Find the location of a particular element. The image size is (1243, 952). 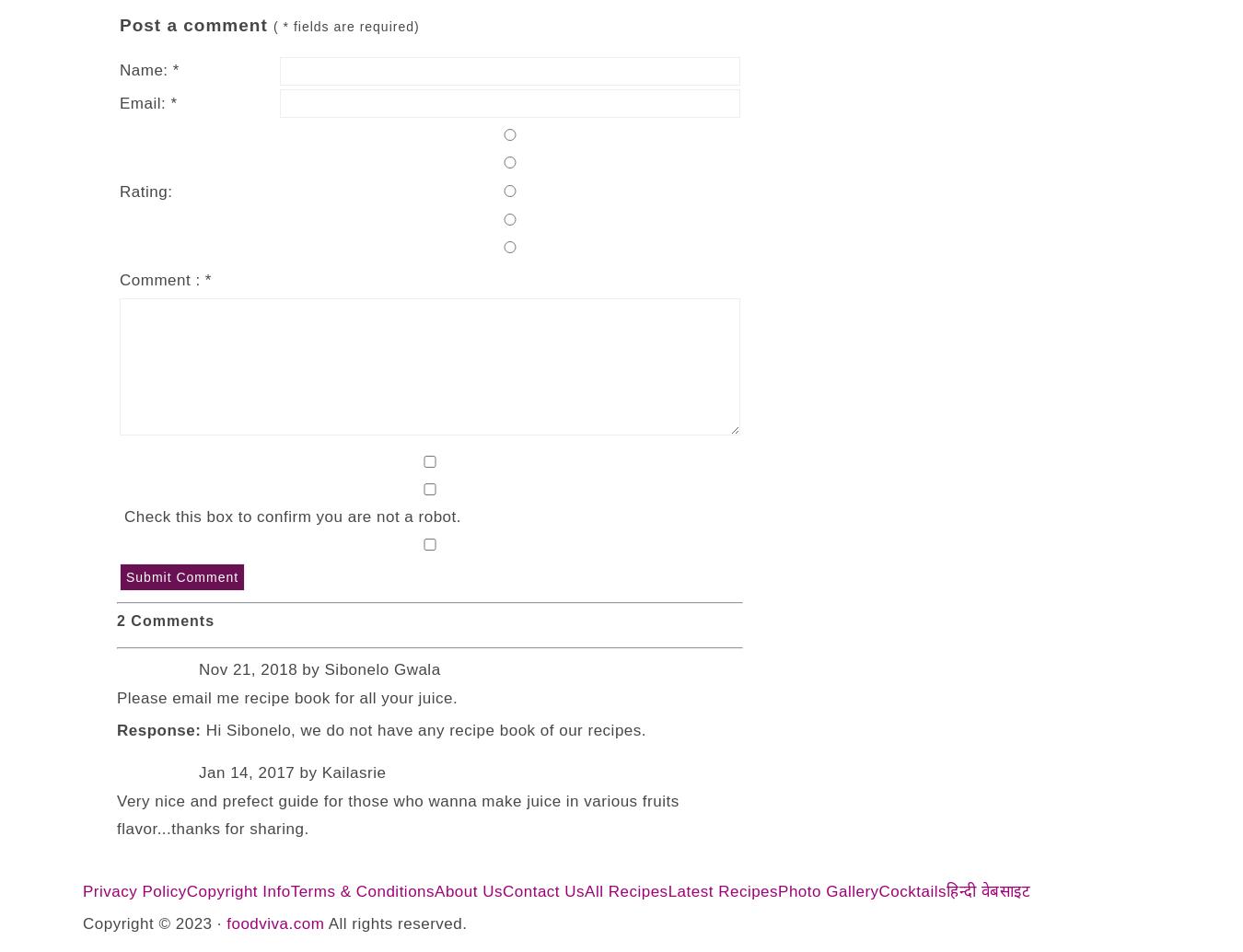

'Copyright © 2023 ·' is located at coordinates (154, 923).